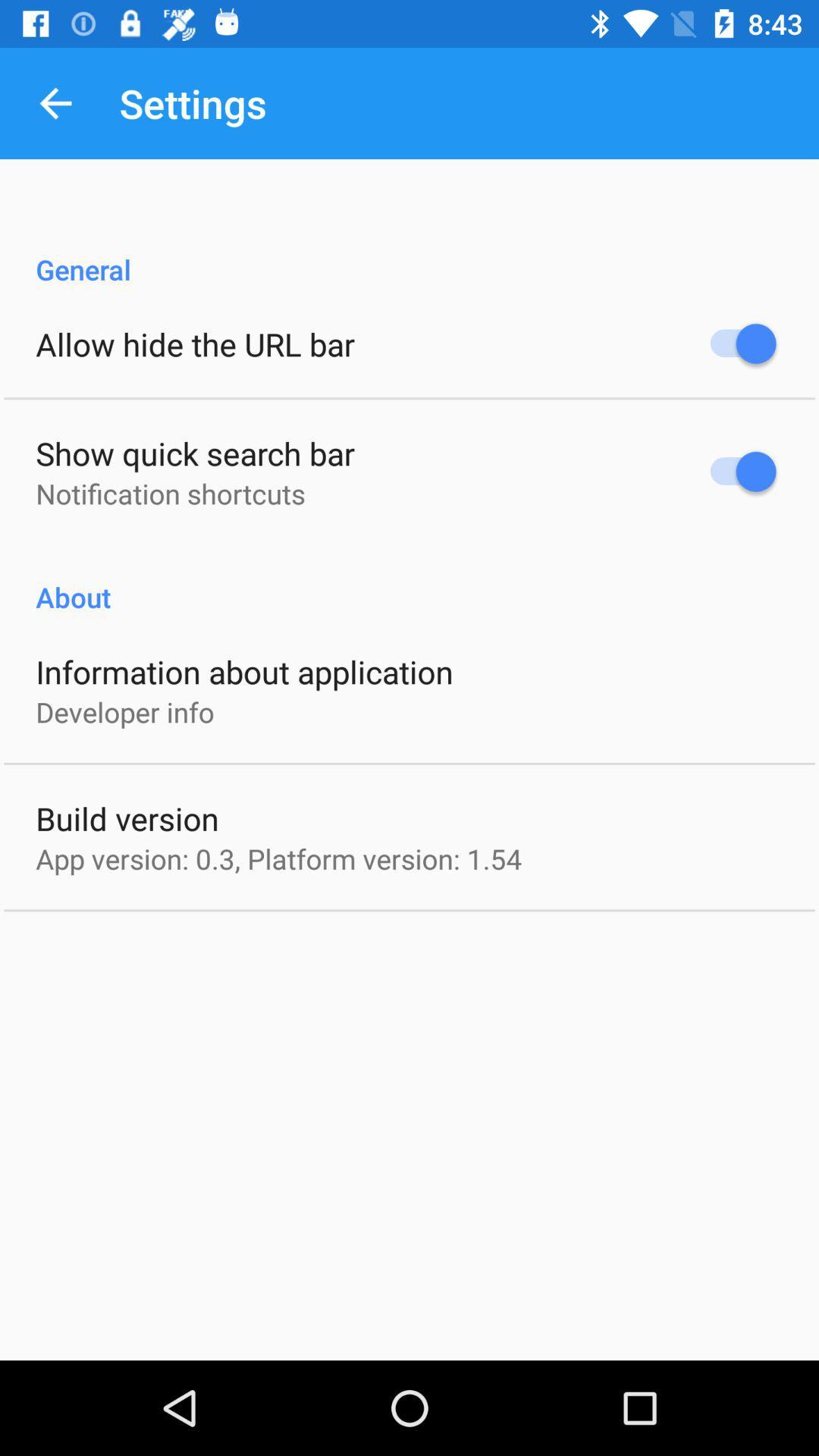  What do you see at coordinates (194, 452) in the screenshot?
I see `show quick search item` at bounding box center [194, 452].